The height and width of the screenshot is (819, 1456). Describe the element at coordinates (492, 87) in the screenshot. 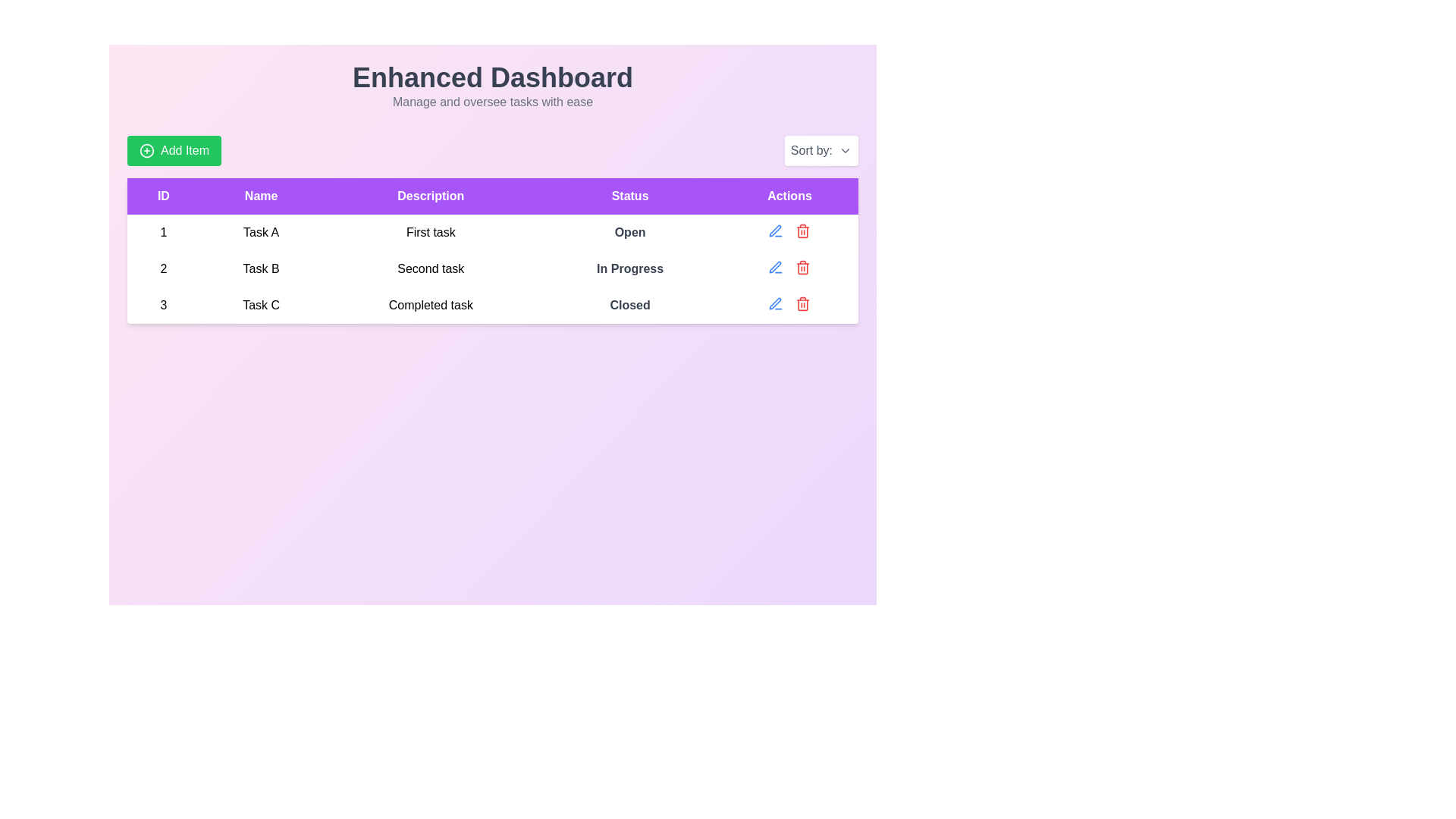

I see `the 'Enhanced Dashboard' header with subtitle, which features a large, bold title and a smaller subtitle, centered on a gradient background` at that location.